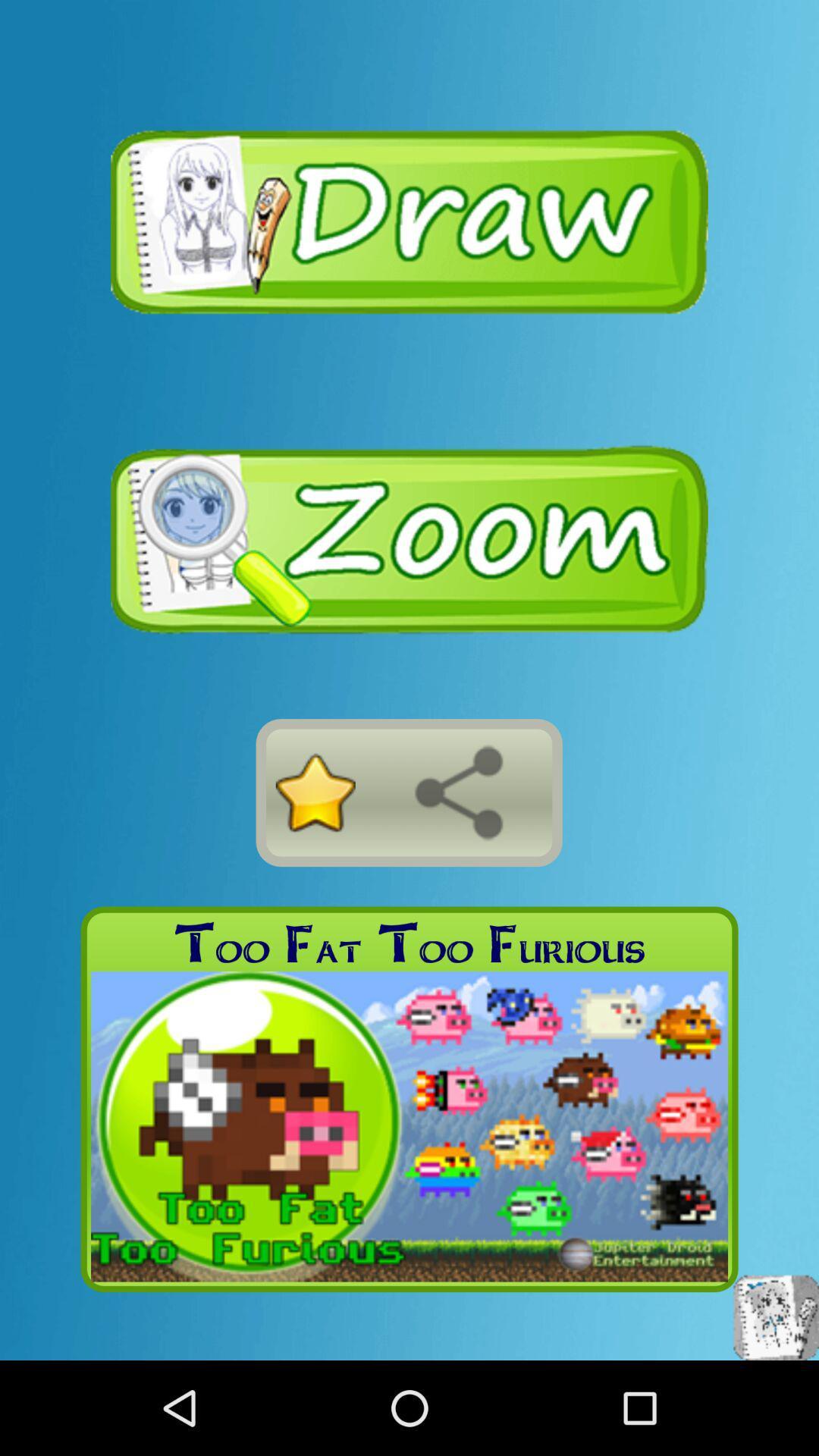 The image size is (819, 1456). I want to click on the icon above too fat too app, so click(315, 792).